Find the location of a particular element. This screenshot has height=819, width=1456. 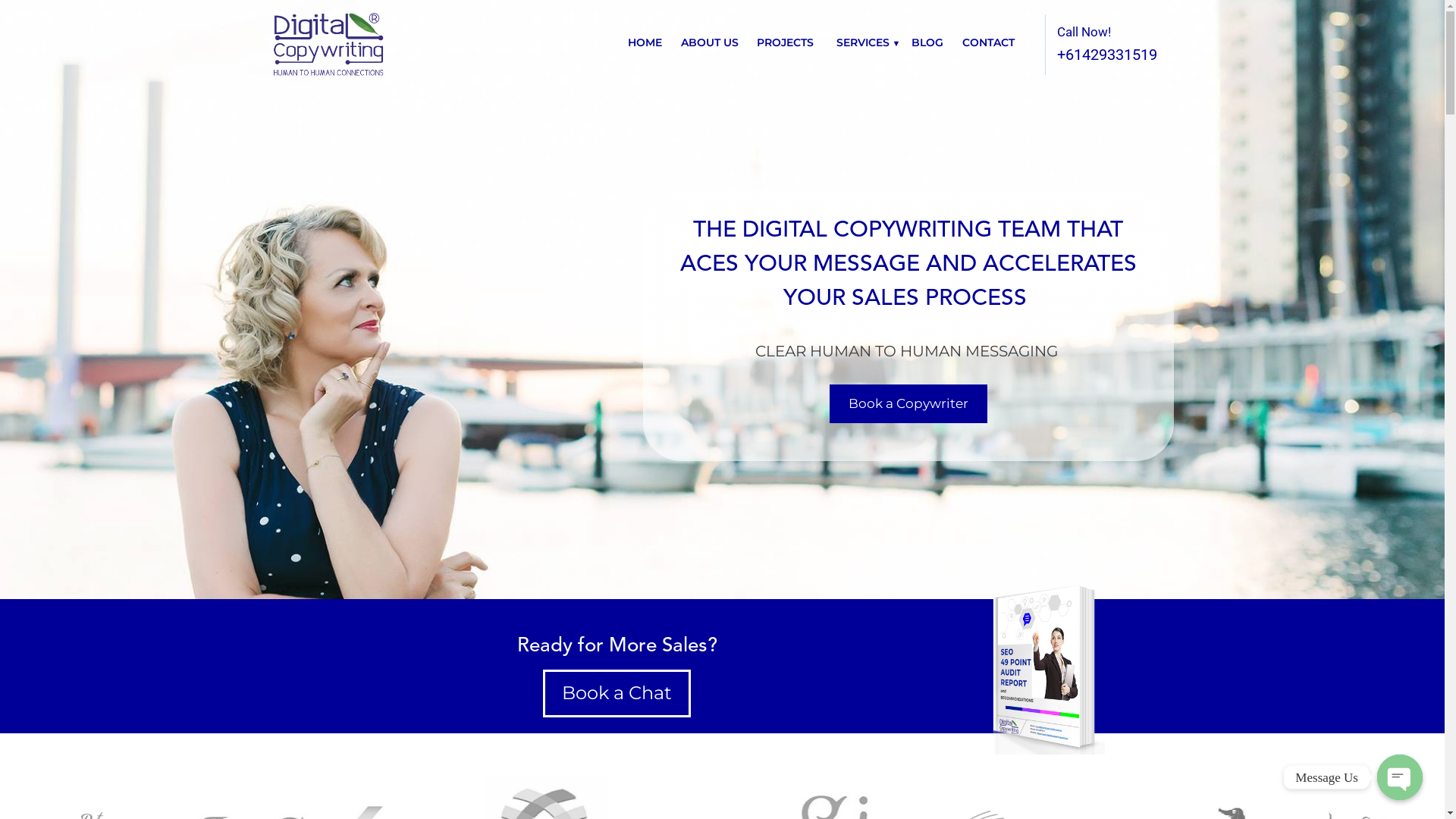

'HOME' is located at coordinates (645, 42).